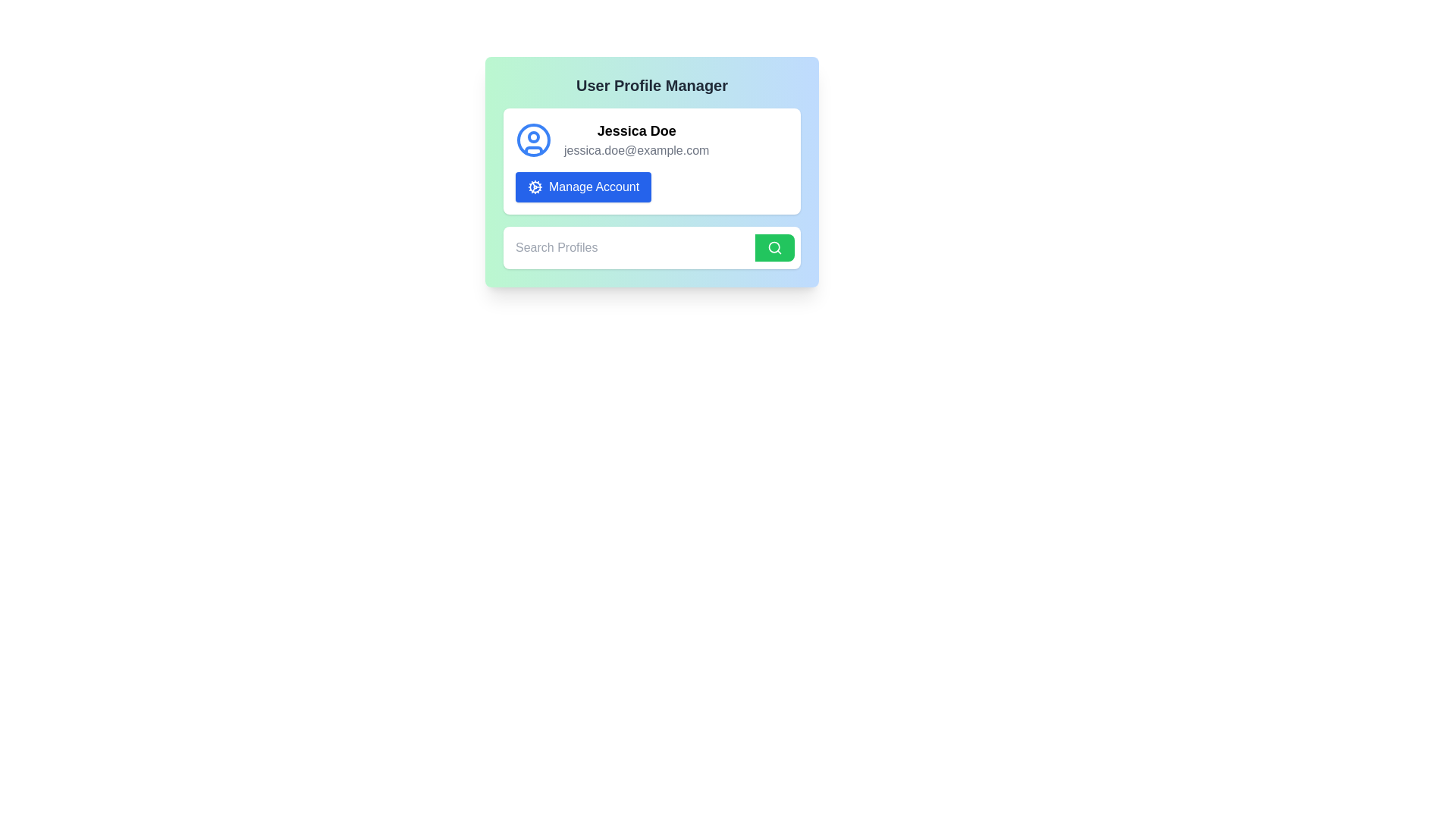 Image resolution: width=1456 pixels, height=819 pixels. Describe the element at coordinates (651, 140) in the screenshot. I see `user identification display element, which shows the name 'Jessica Doe' and the user's email, located above the 'Manage Account' button and aligned with the user avatar icon` at that location.